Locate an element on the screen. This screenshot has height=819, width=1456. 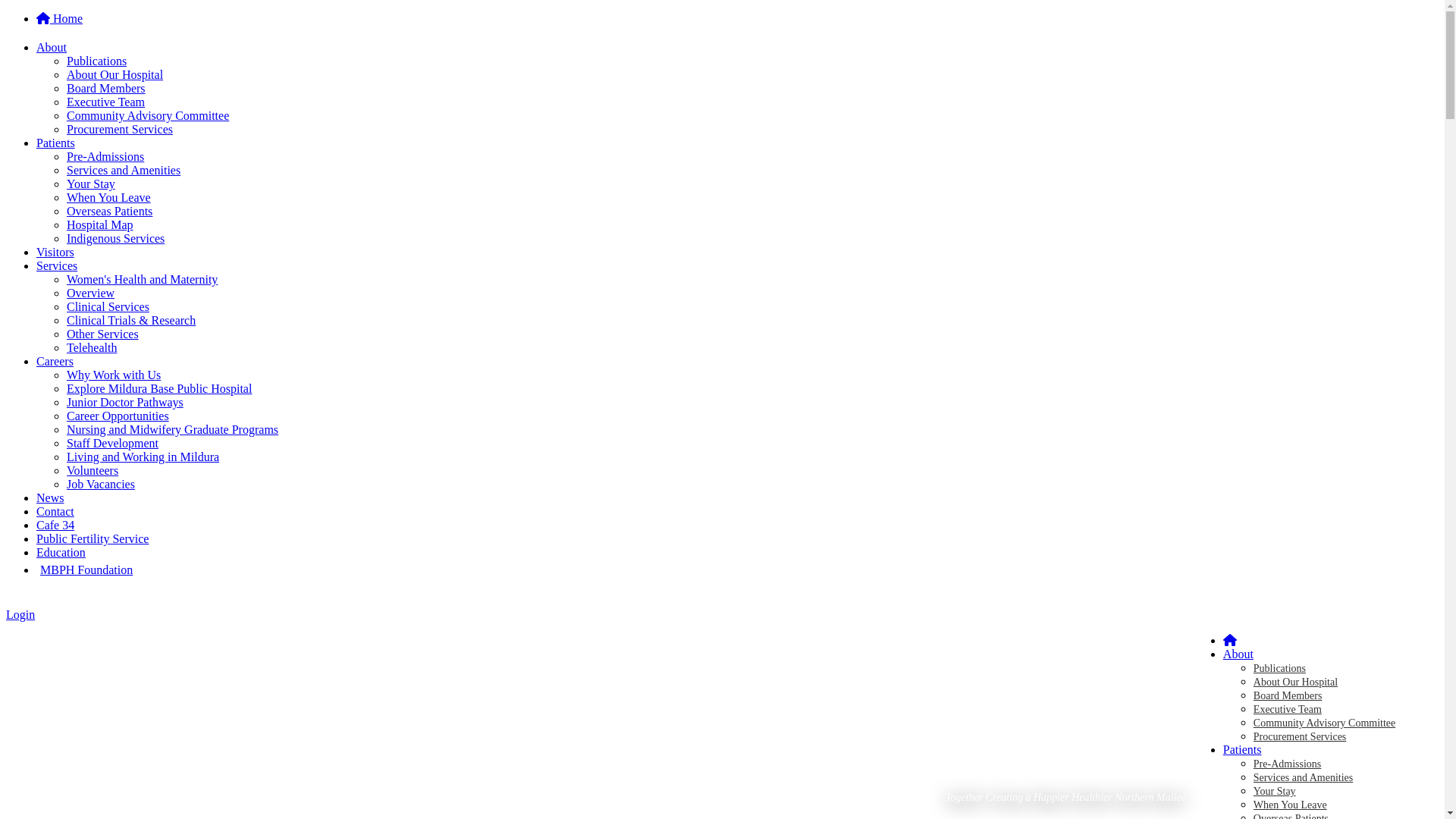
'Your Stay' is located at coordinates (65, 183).